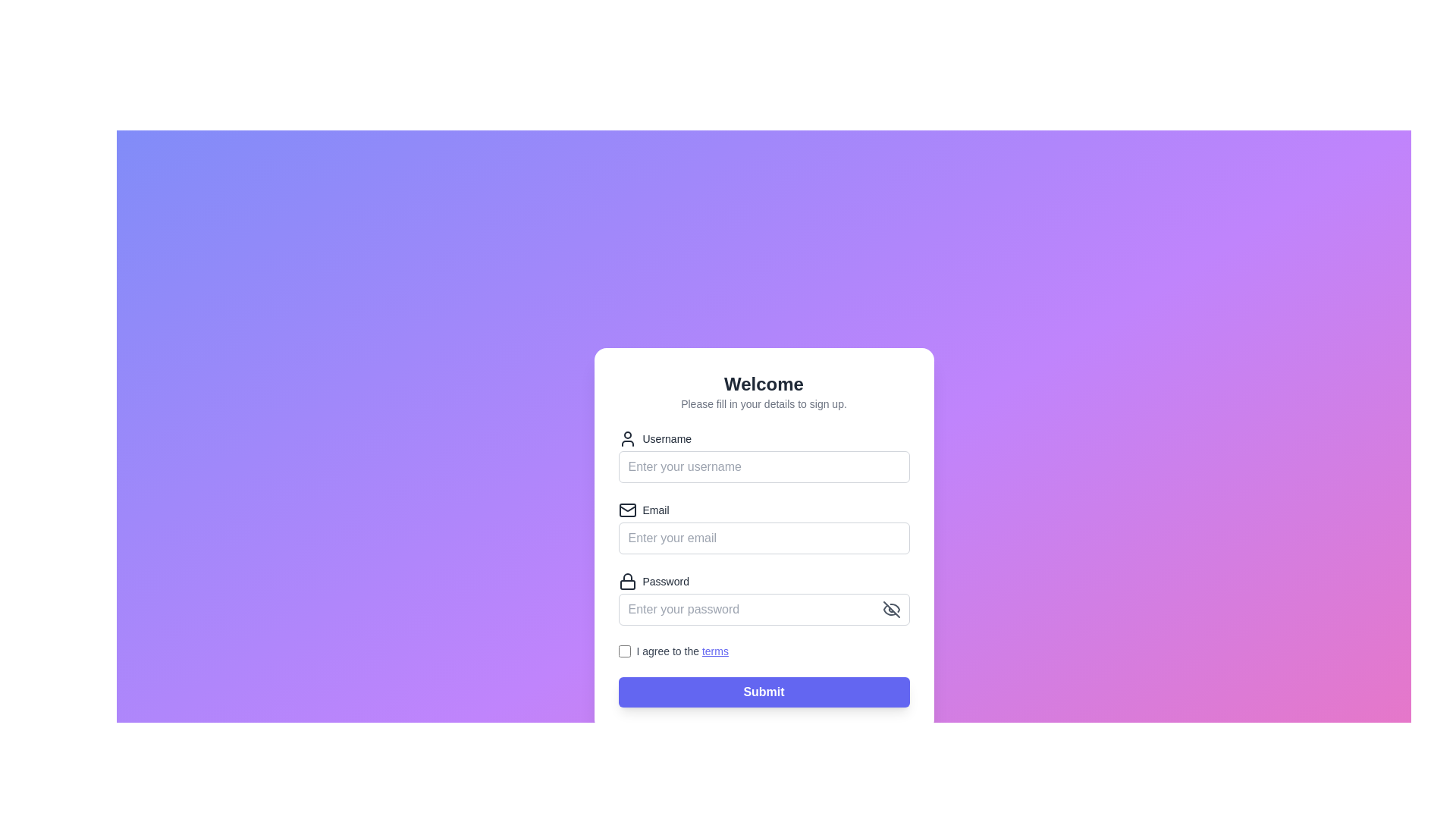  I want to click on the introductory text element that serves as a heading and instructional guide for the sign-up form, which is located at the top of the white card interface, so click(764, 391).